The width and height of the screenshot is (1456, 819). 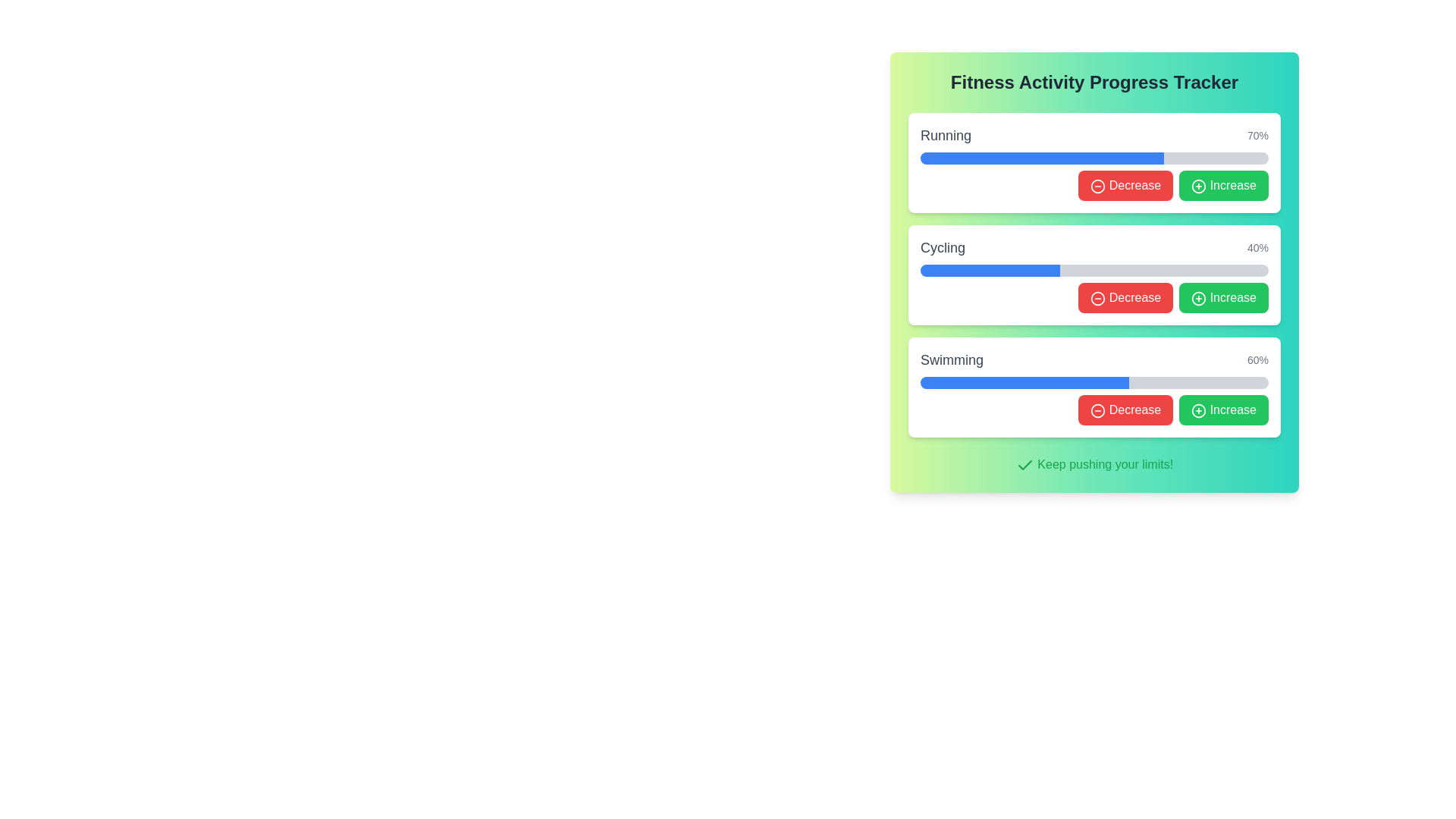 What do you see at coordinates (1258, 247) in the screenshot?
I see `text label displaying '40%' positioned to the far right of the 'Cycling' title in the second row of progress trackers` at bounding box center [1258, 247].